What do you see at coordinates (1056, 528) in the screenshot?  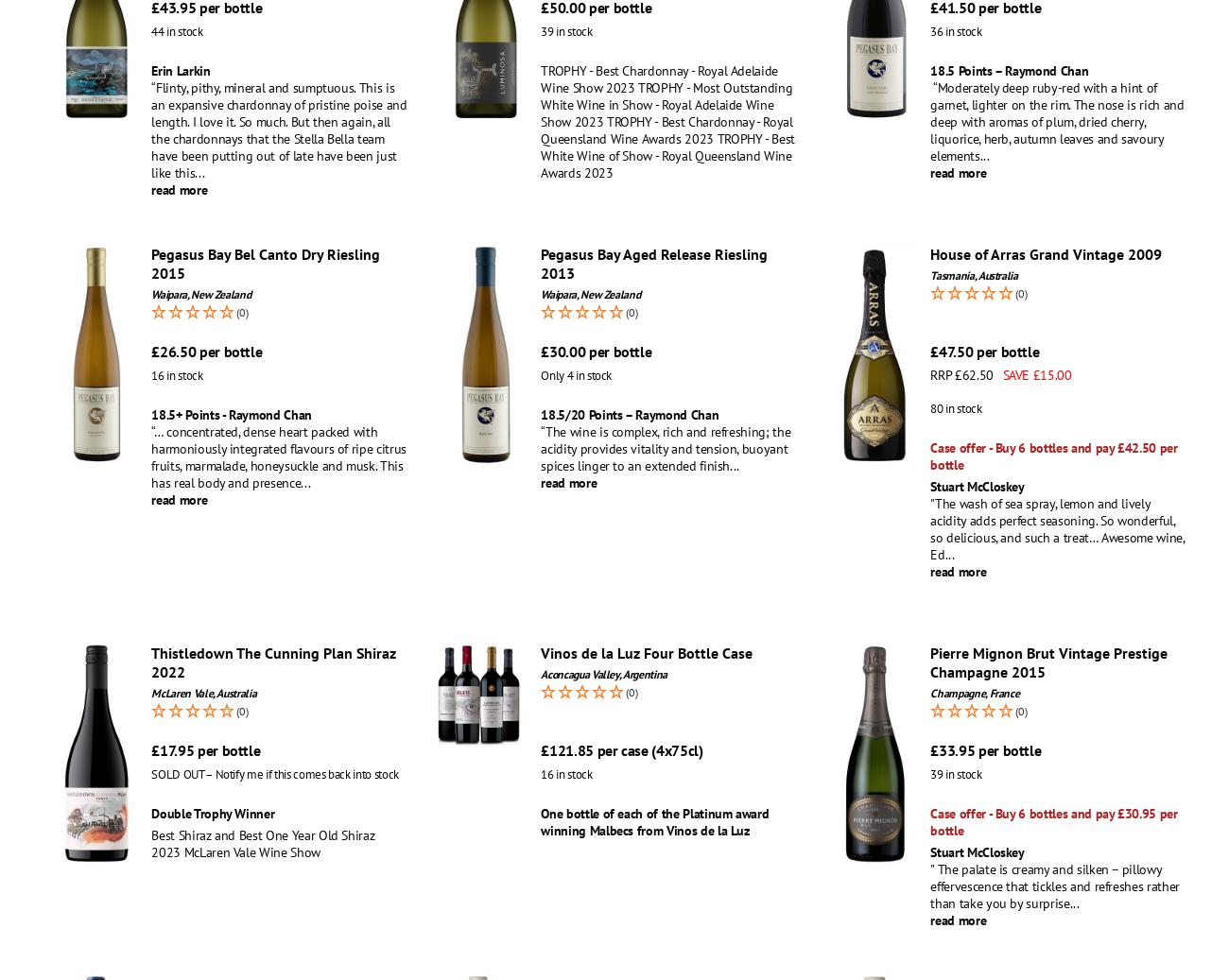 I see `'"The wash of sea spray, lemon and lively acidity adds perfect seasoning. So wonderful, so delicious, and such a treat… Awesome wine, Ed...'` at bounding box center [1056, 528].